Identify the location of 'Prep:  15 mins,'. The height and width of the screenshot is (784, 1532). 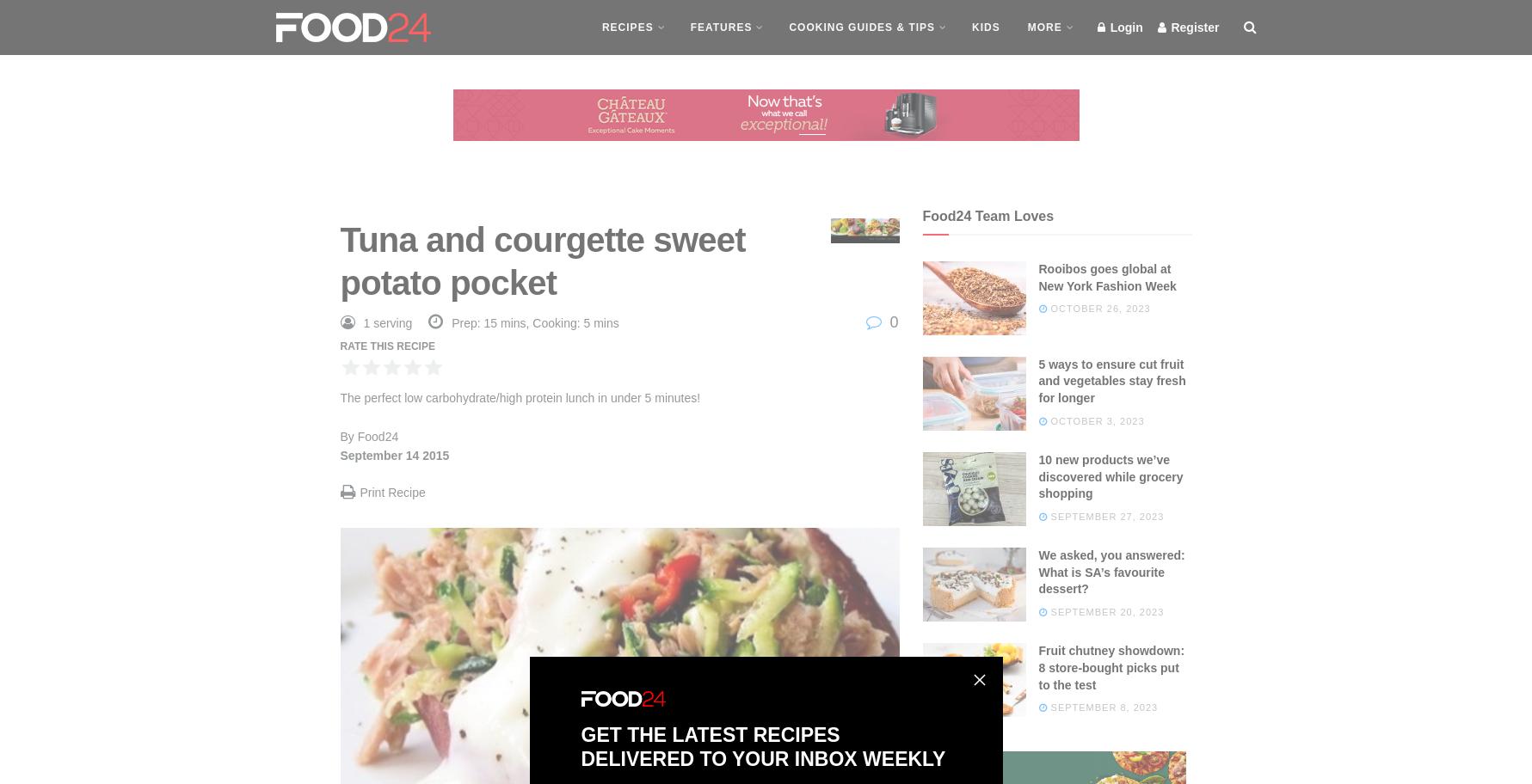
(489, 322).